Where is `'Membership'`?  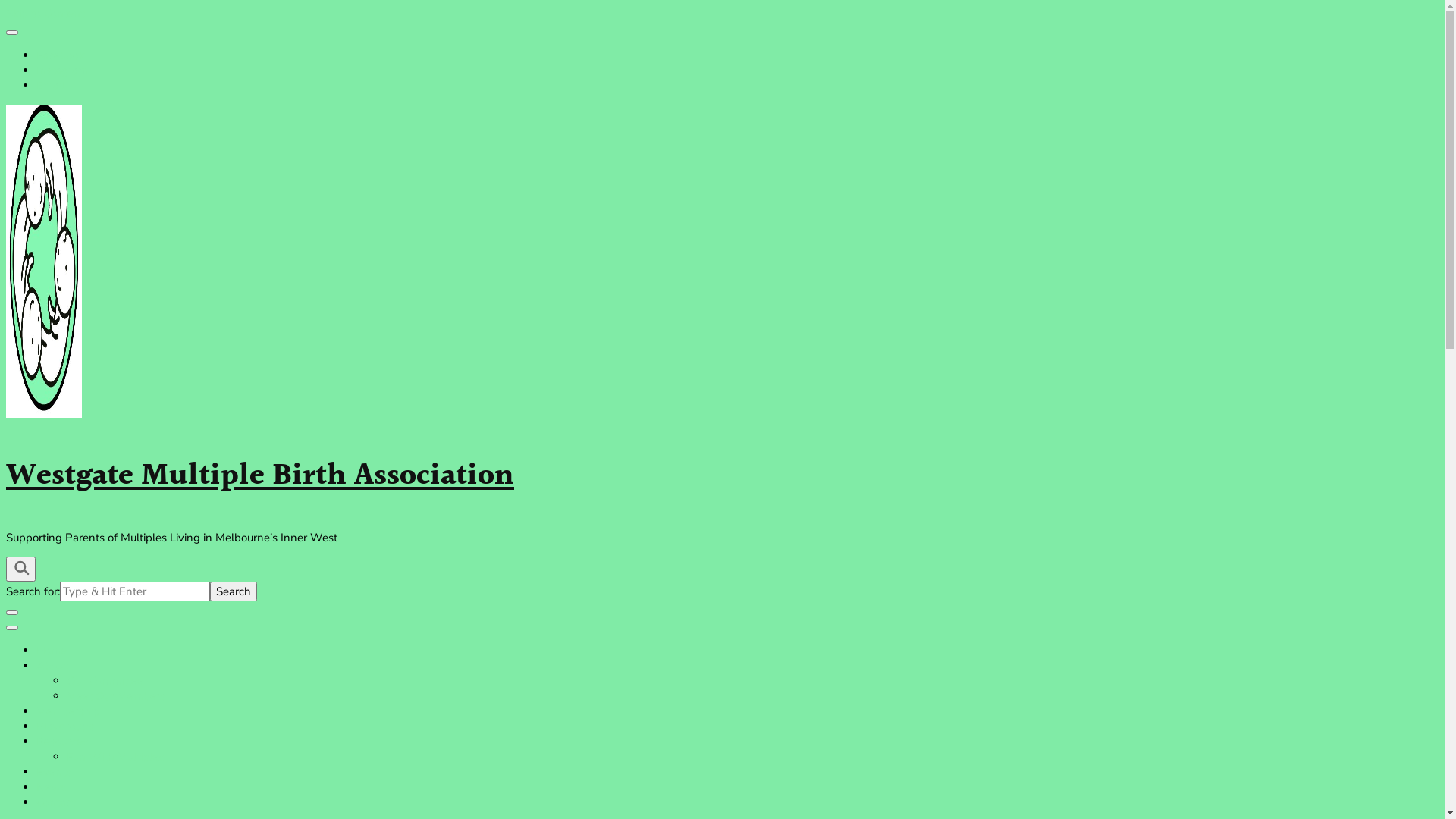
'Membership' is located at coordinates (67, 711).